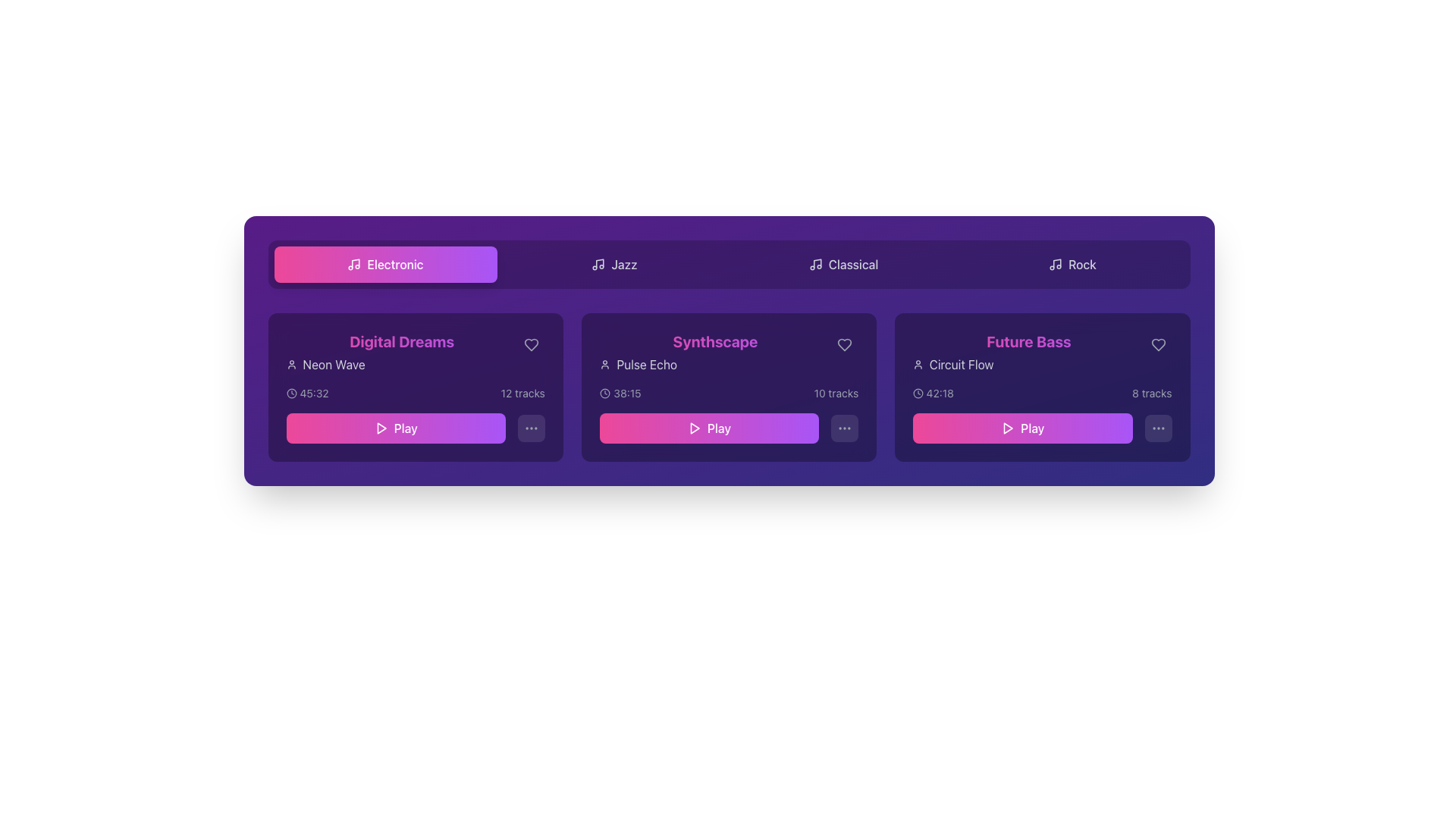  I want to click on the favorite icon located in the top-right corner of the 'Future Bass' card to mark the item as a favorite, so click(1157, 345).